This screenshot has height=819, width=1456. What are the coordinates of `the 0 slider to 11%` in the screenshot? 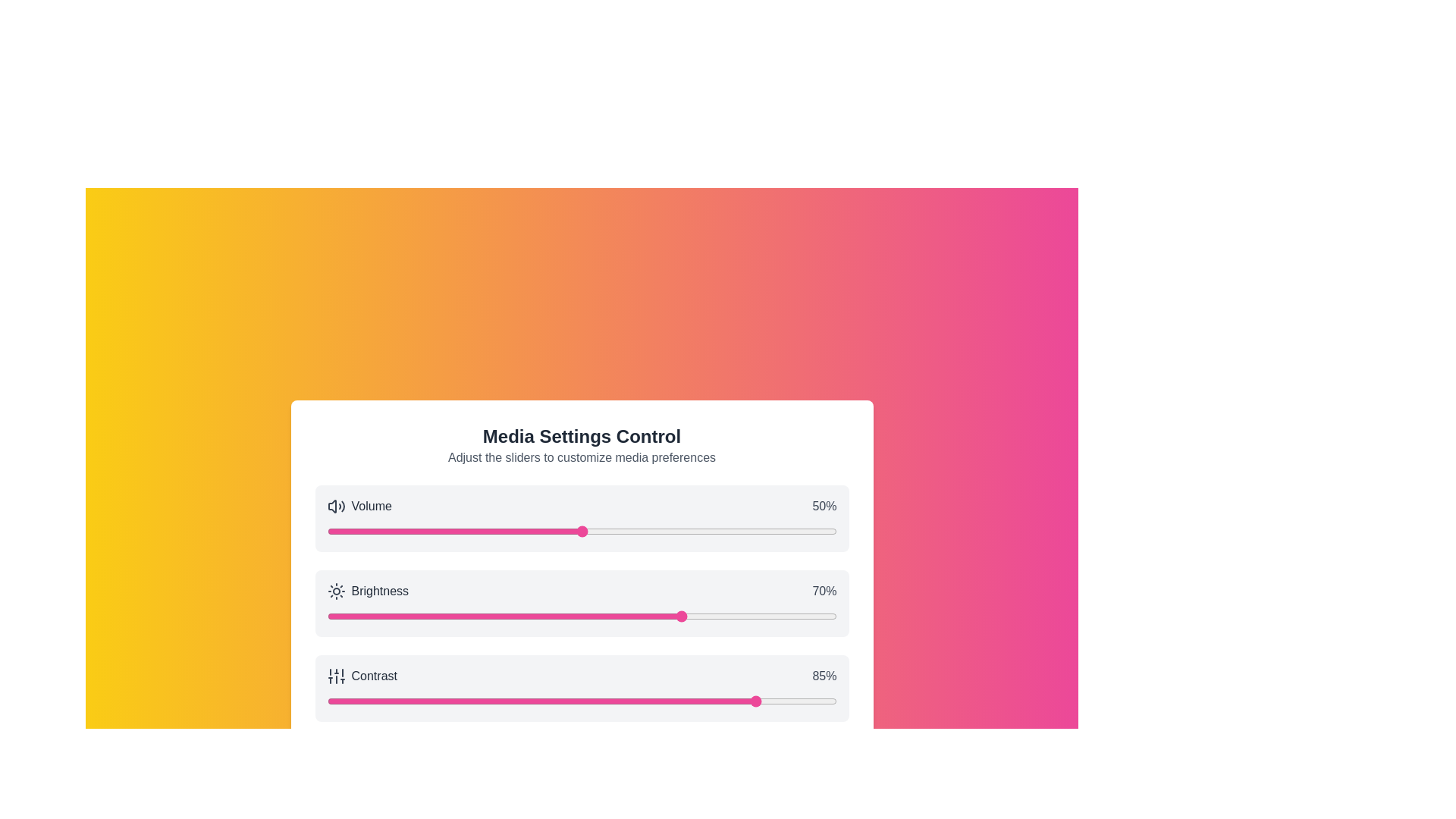 It's located at (383, 531).